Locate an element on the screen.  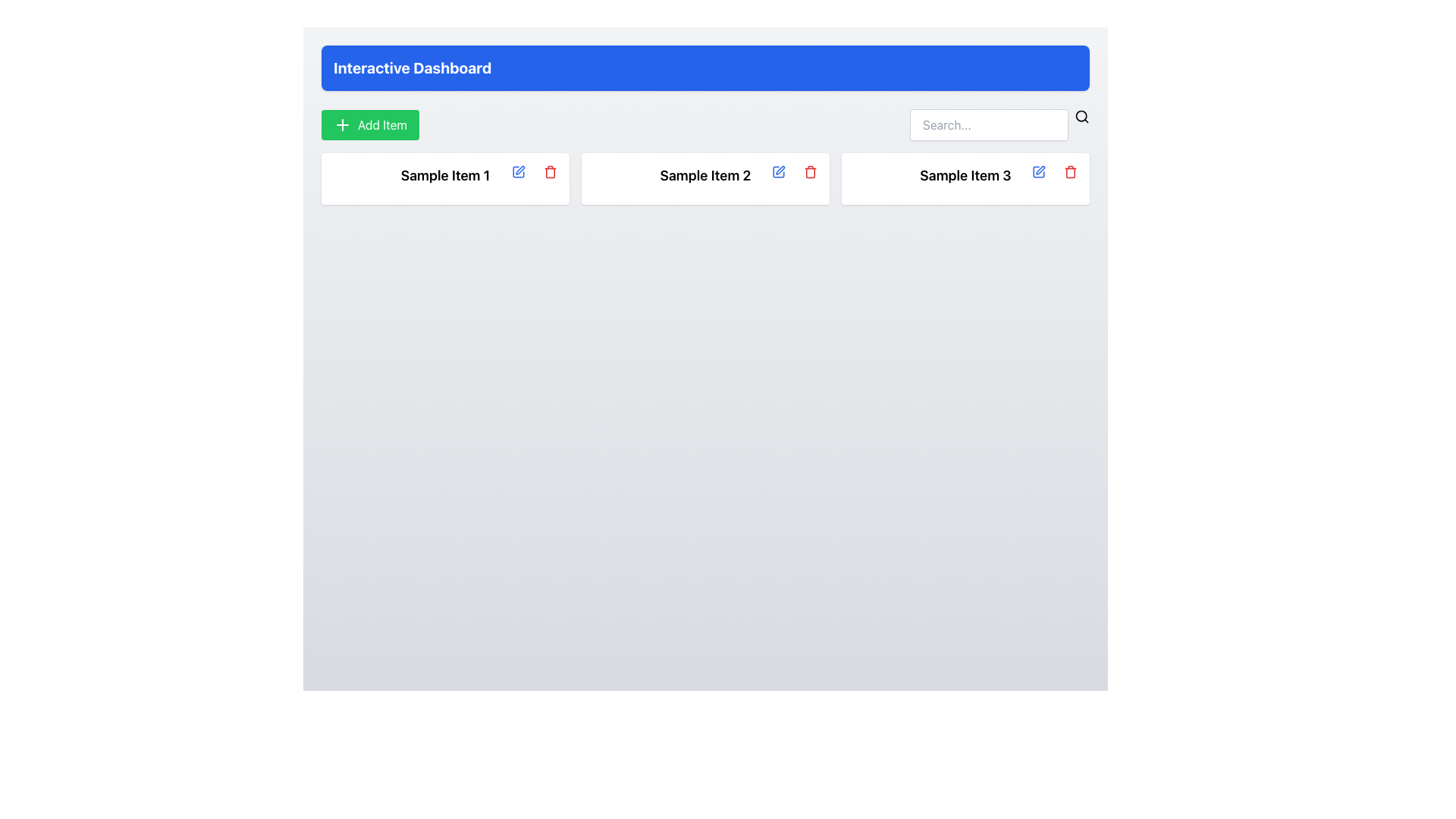
the text label displaying 'Interactive Dashboard' to check for additional interactivity is located at coordinates (413, 67).